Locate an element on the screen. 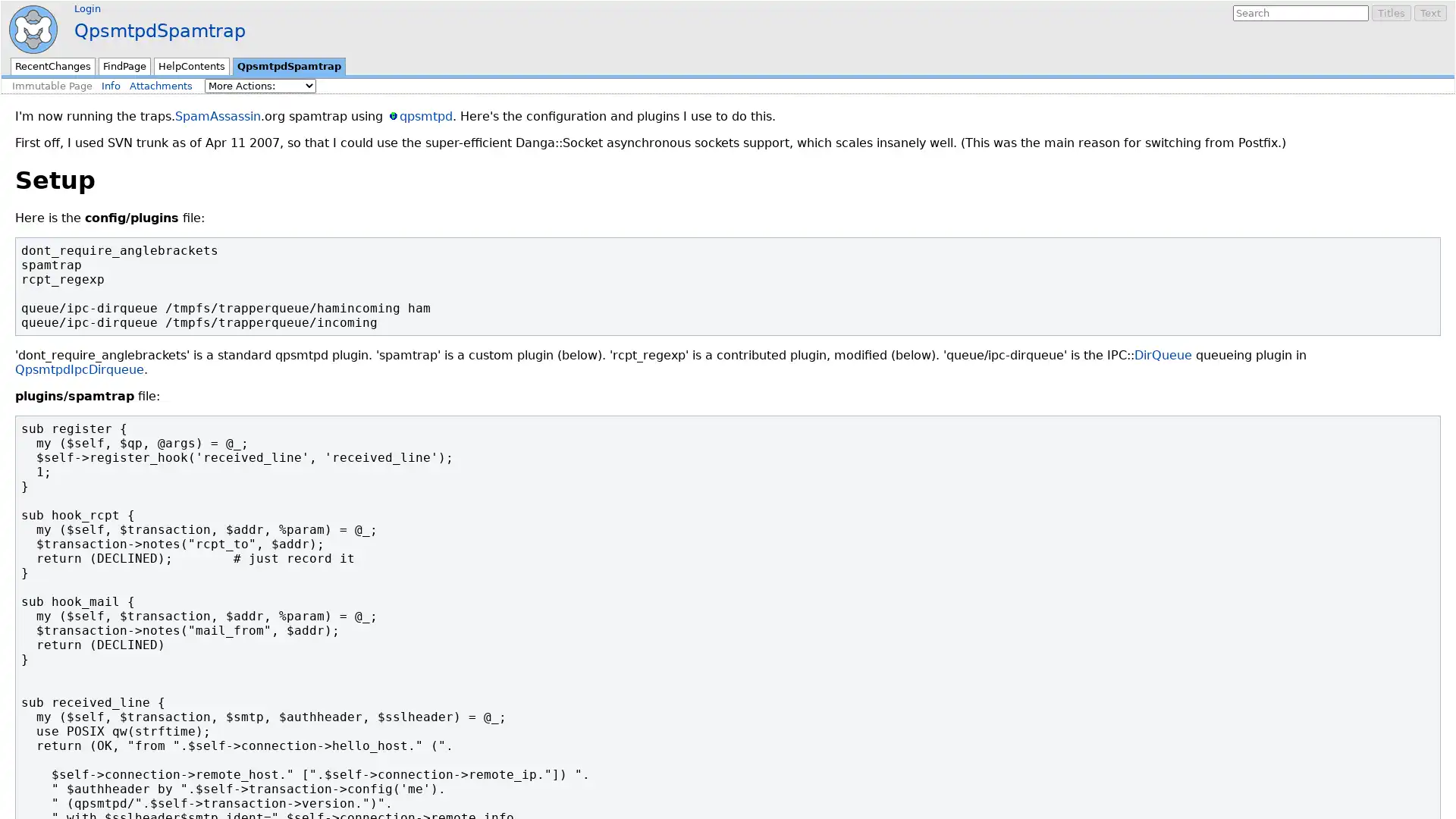  Text is located at coordinates (1429, 13).